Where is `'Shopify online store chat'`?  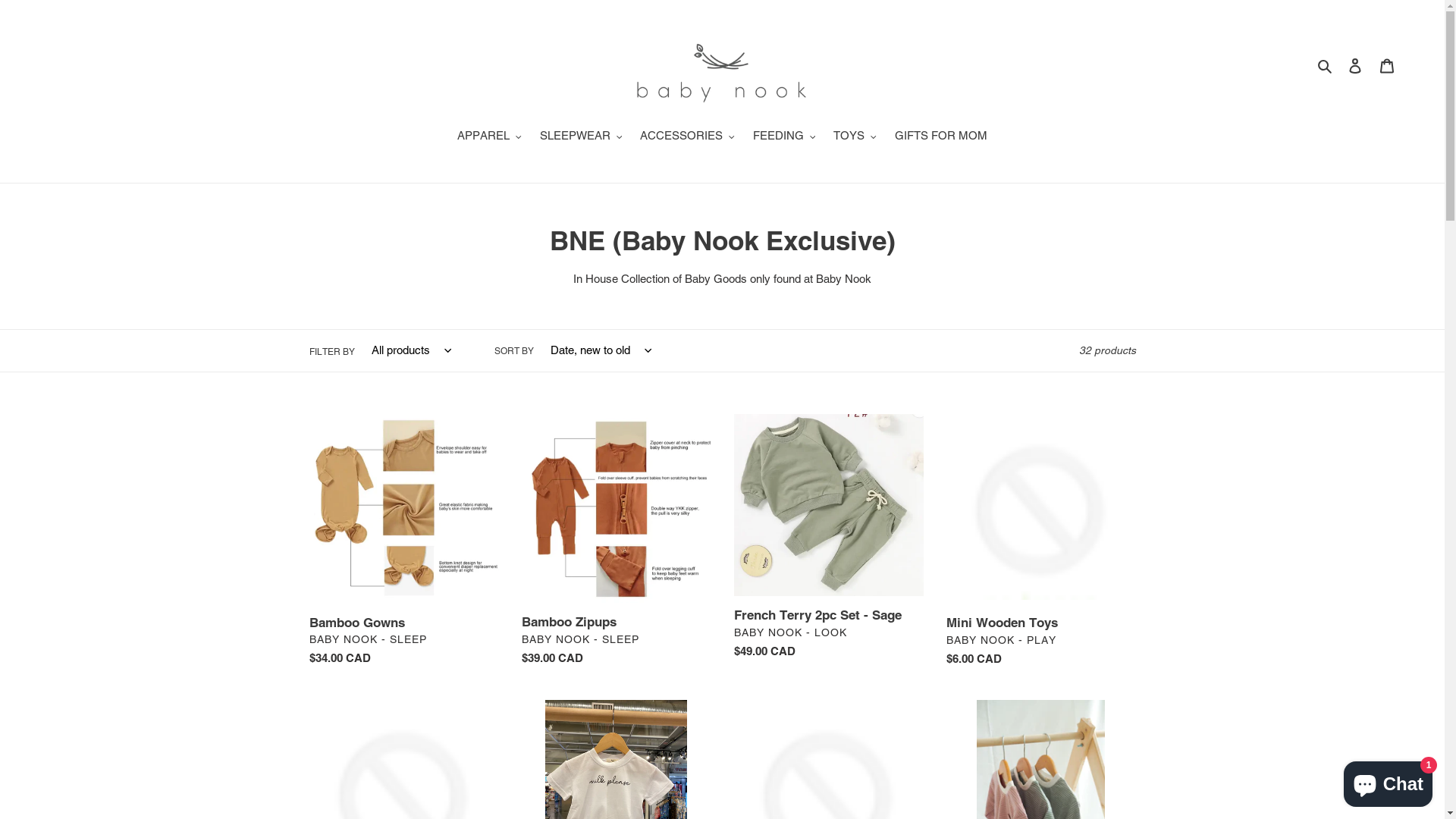
'Shopify online store chat' is located at coordinates (1388, 780).